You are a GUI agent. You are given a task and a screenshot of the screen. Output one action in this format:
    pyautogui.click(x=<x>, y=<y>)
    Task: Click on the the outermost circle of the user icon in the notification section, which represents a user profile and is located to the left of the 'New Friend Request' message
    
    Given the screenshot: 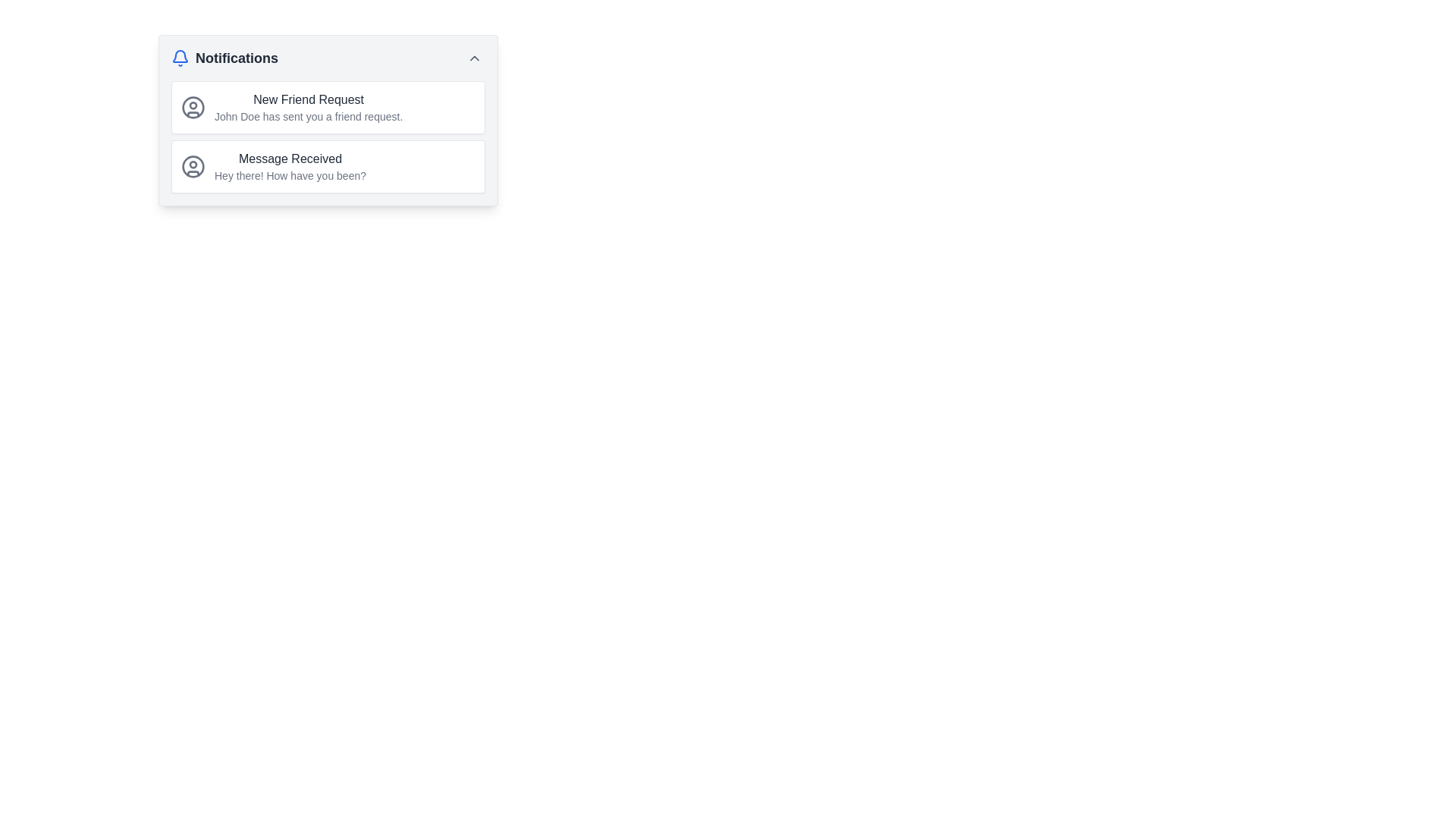 What is the action you would take?
    pyautogui.click(x=192, y=166)
    